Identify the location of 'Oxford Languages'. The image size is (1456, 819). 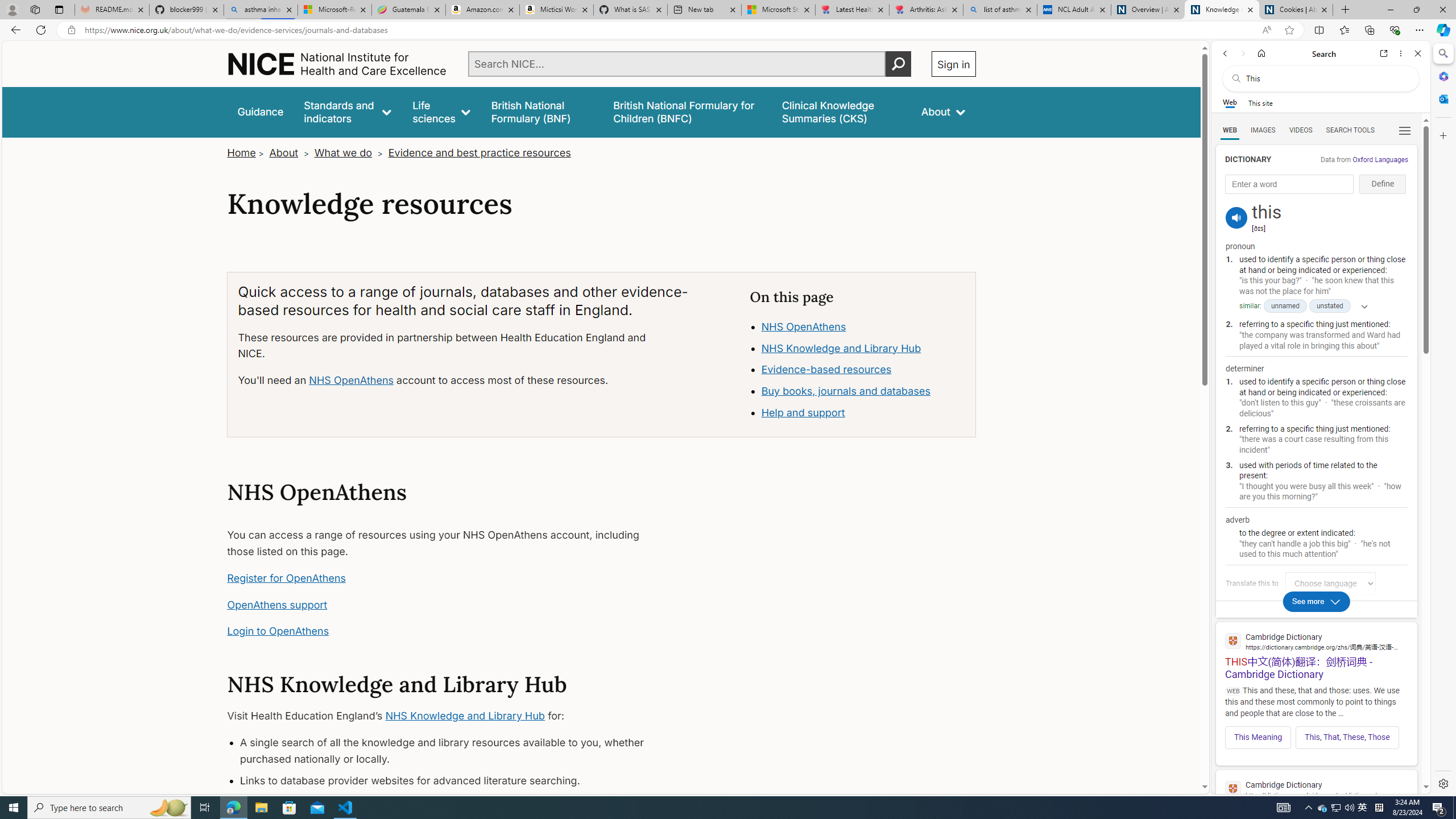
(1379, 159).